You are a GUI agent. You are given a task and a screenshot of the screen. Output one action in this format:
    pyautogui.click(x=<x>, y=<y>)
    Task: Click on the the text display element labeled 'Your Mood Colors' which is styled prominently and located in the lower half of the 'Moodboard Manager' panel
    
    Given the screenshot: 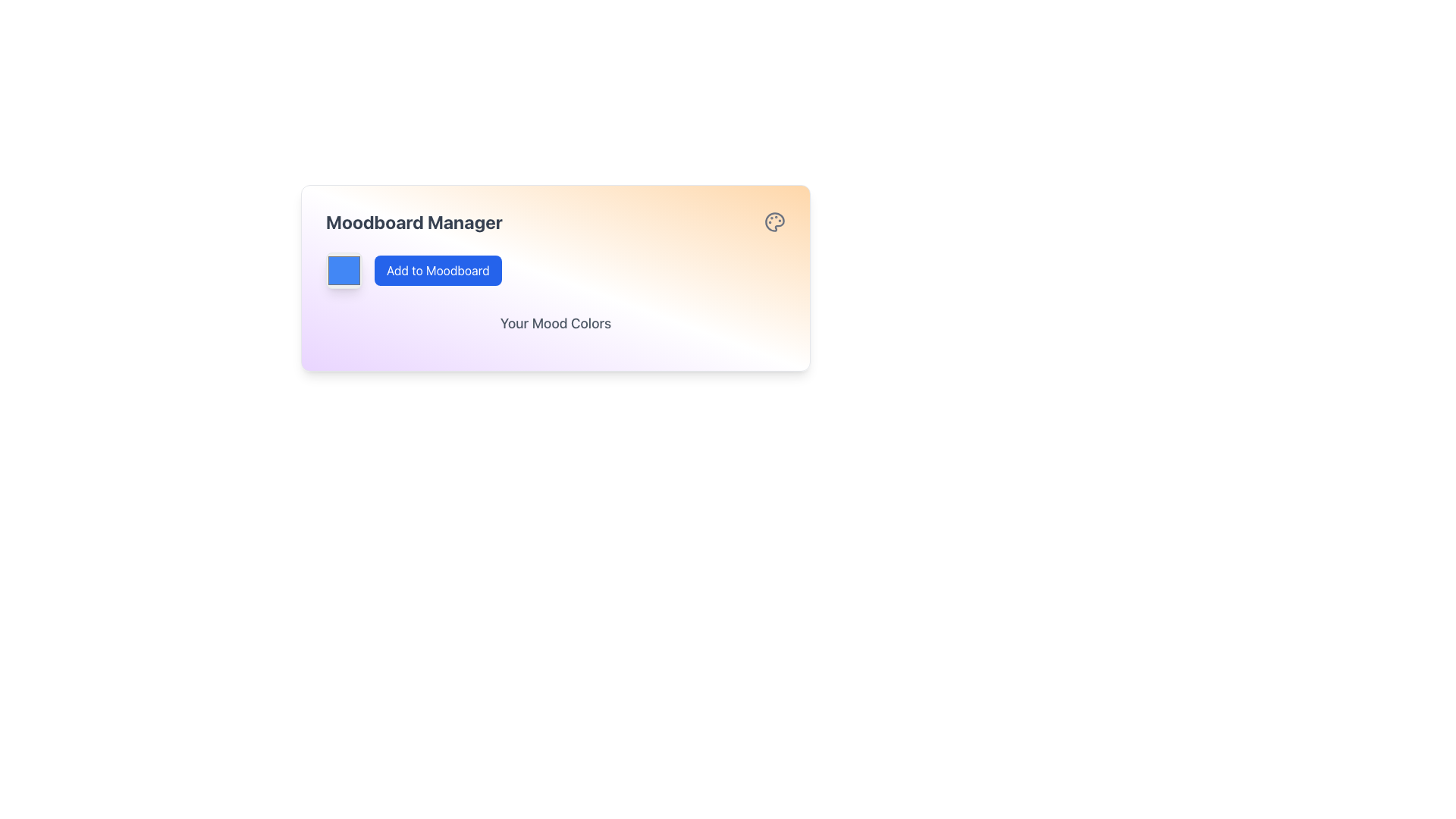 What is the action you would take?
    pyautogui.click(x=555, y=329)
    